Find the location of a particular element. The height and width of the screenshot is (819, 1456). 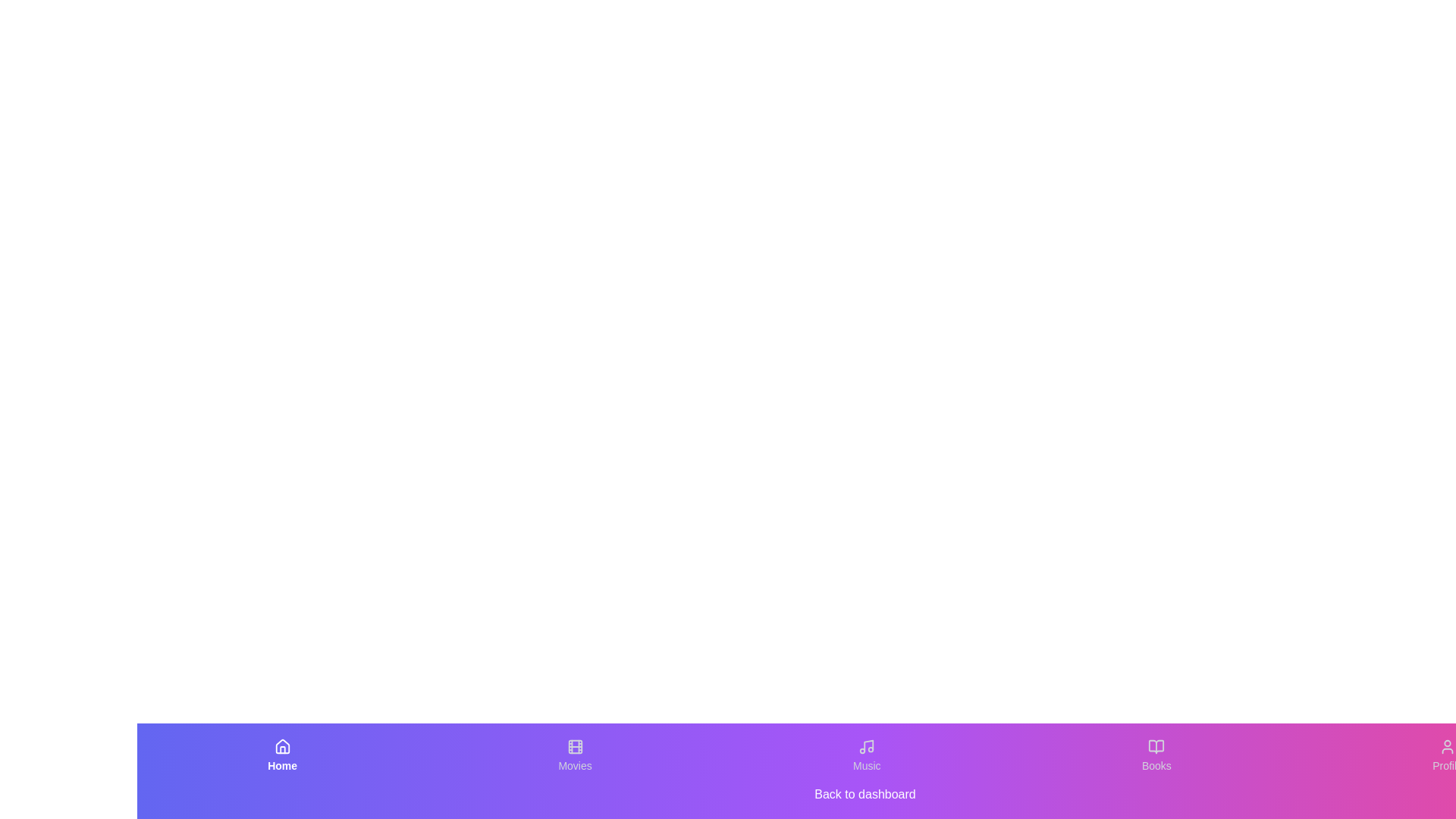

the Music tab from the navigation bar is located at coordinates (867, 755).